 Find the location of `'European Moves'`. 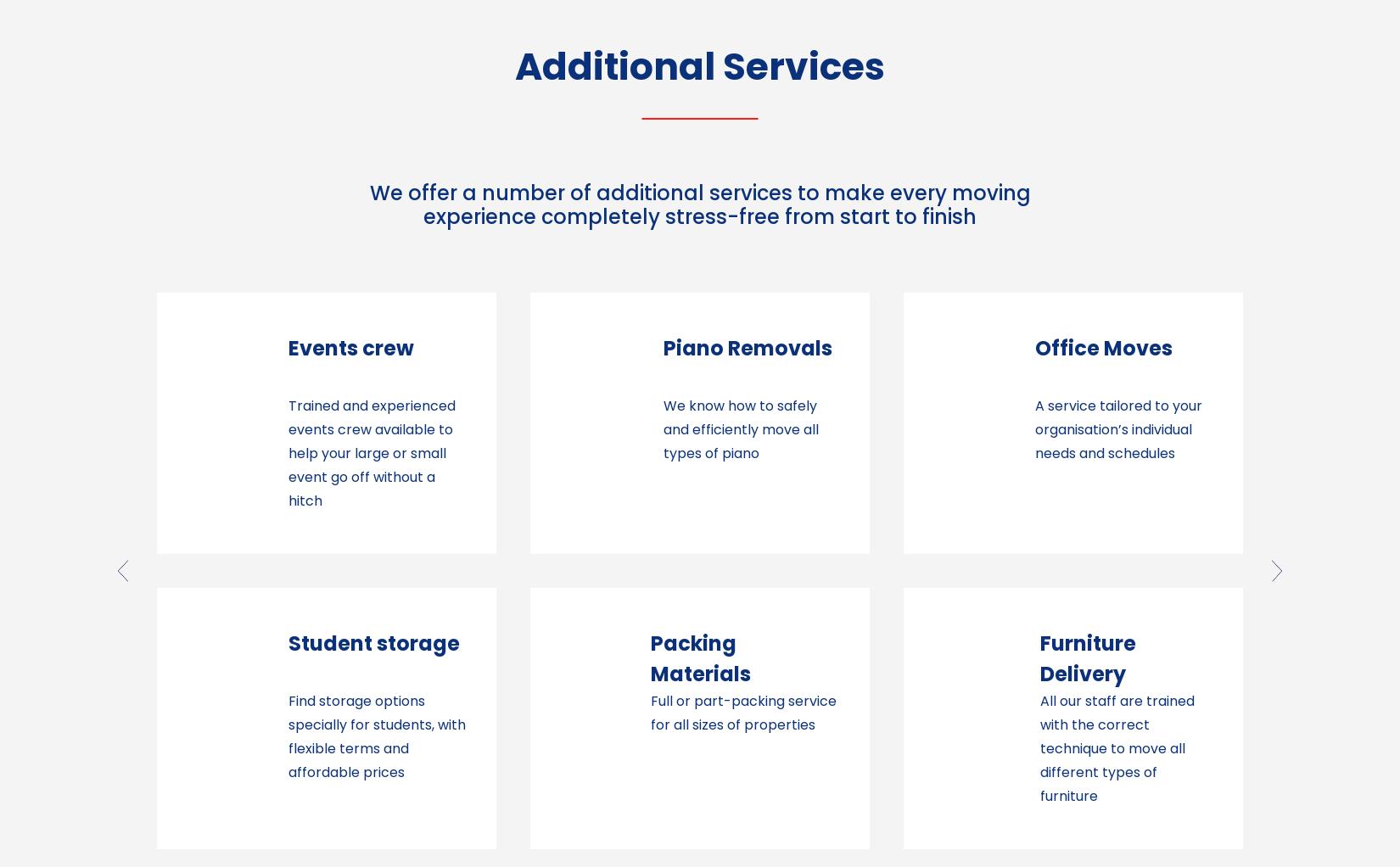

'European Moves' is located at coordinates (1034, 347).